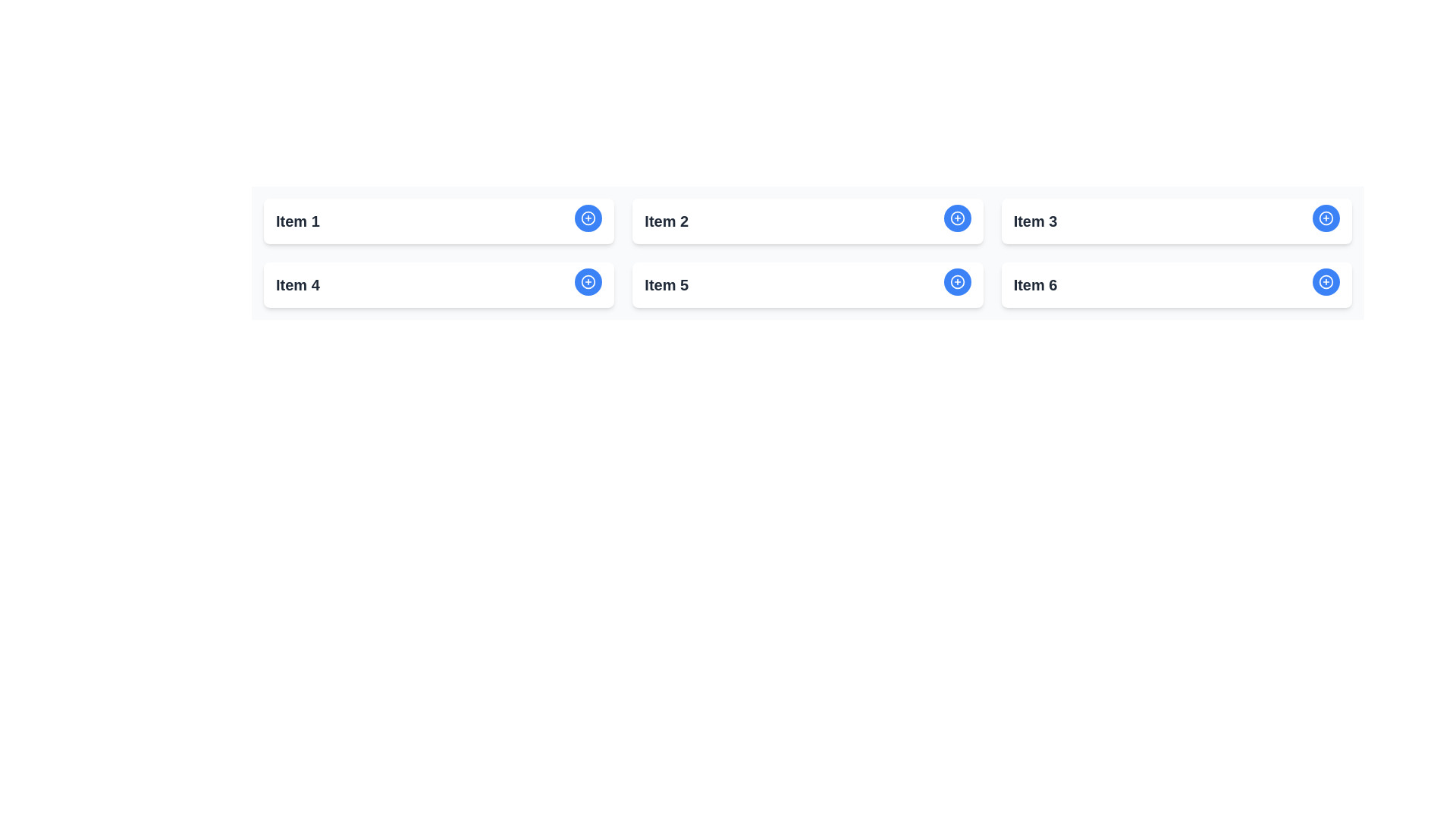 The image size is (1456, 819). I want to click on the text label displaying 'Item 4' in bold, large-sized font and dark gray color, located in the second row as the leftmost label in a horizontally-aligned layout, so click(297, 284).